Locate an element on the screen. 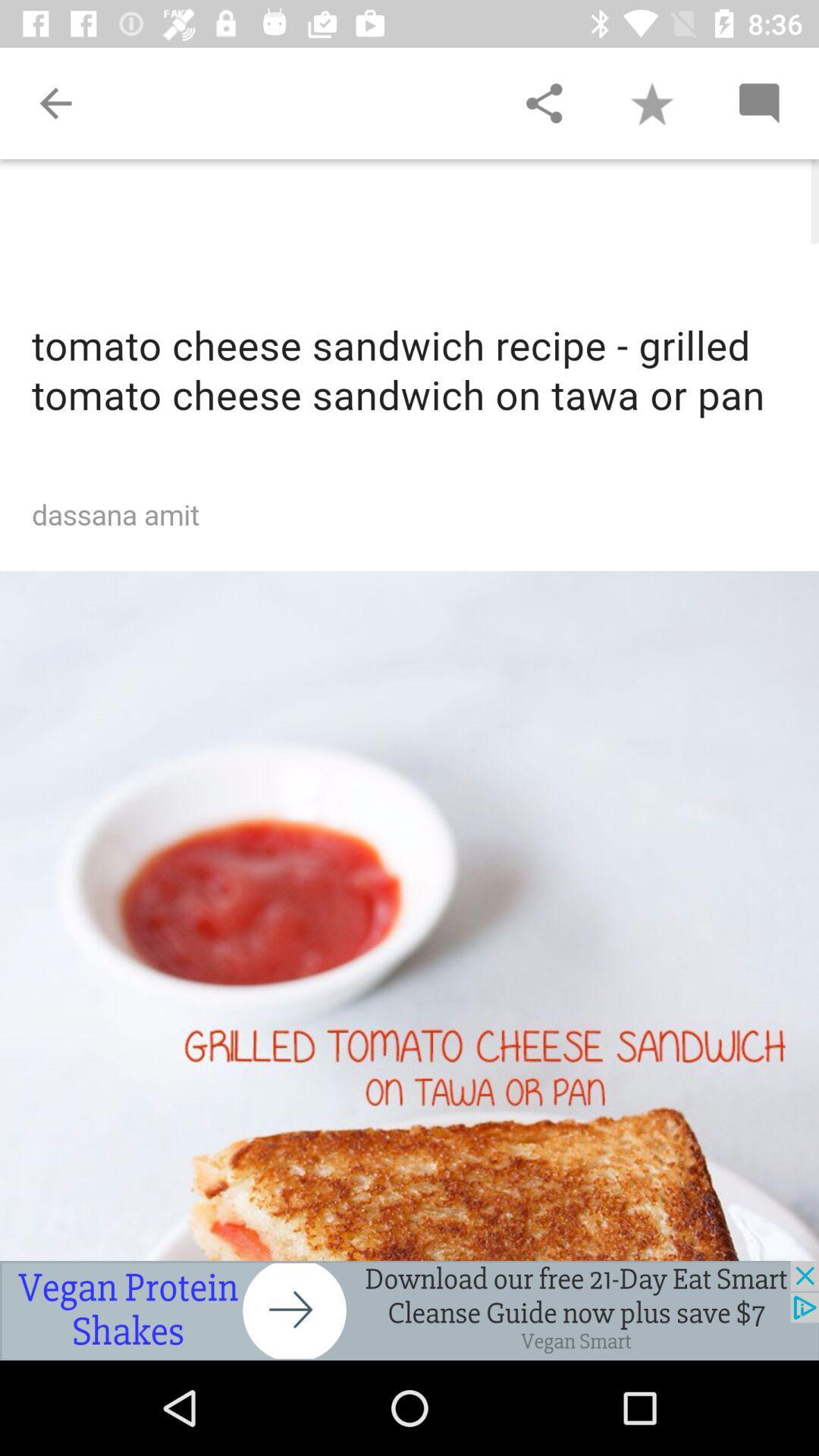  message is located at coordinates (758, 102).